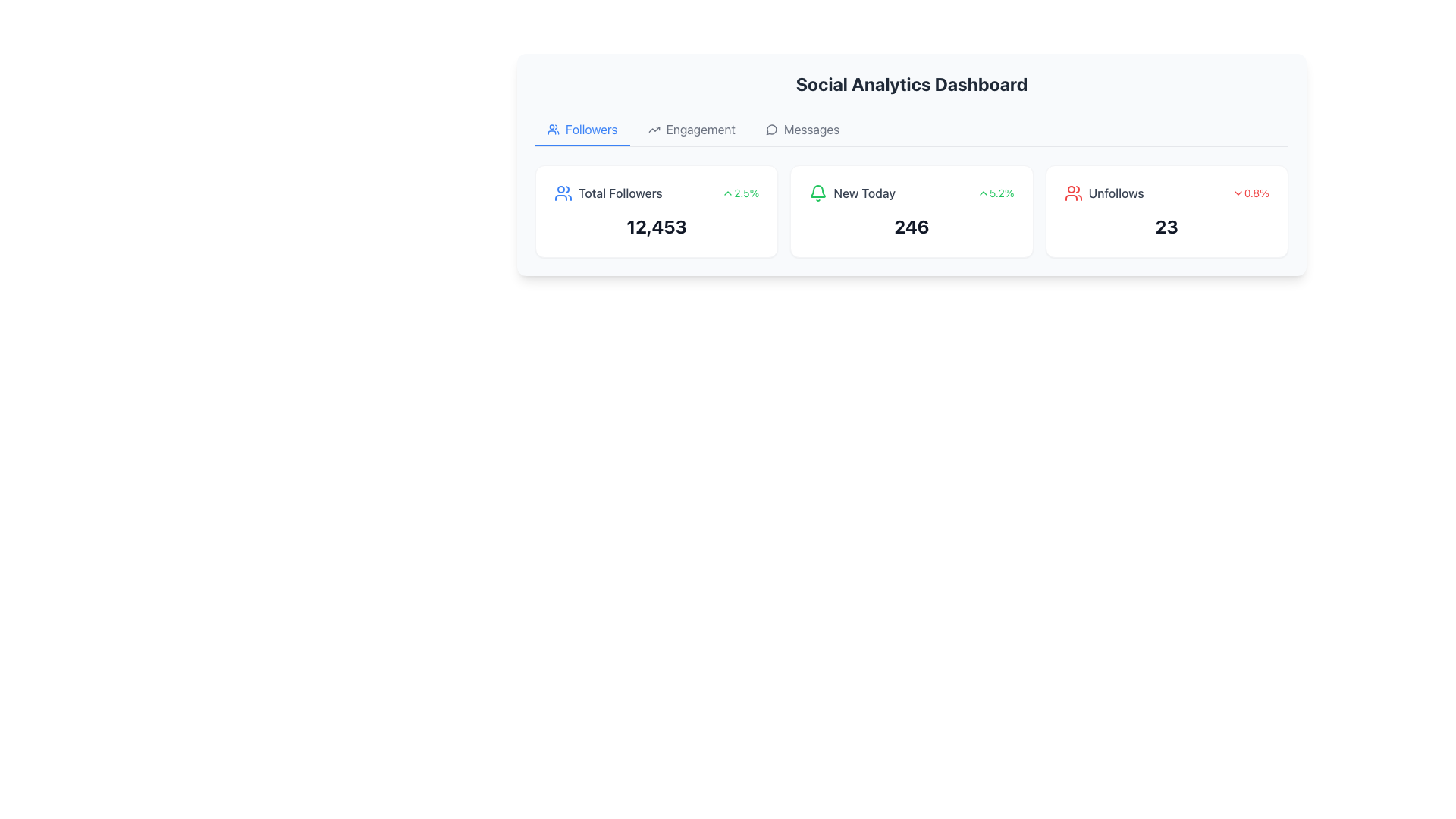 This screenshot has height=819, width=1456. What do you see at coordinates (911, 84) in the screenshot?
I see `the Heading text element at the top center of the dashboard layout for accessibility navigation` at bounding box center [911, 84].